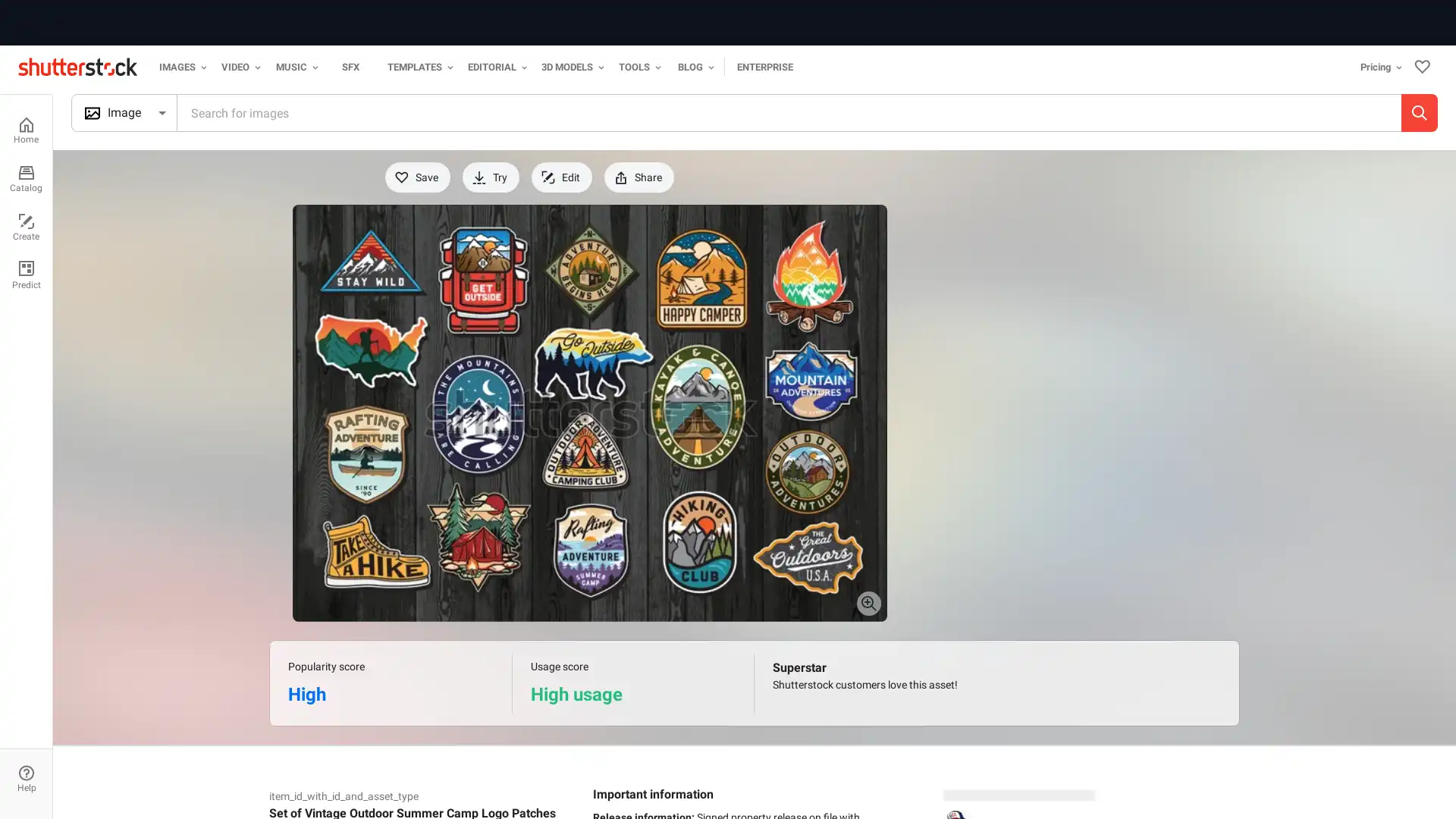  Describe the element at coordinates (1162, 579) in the screenshot. I see `See more` at that location.